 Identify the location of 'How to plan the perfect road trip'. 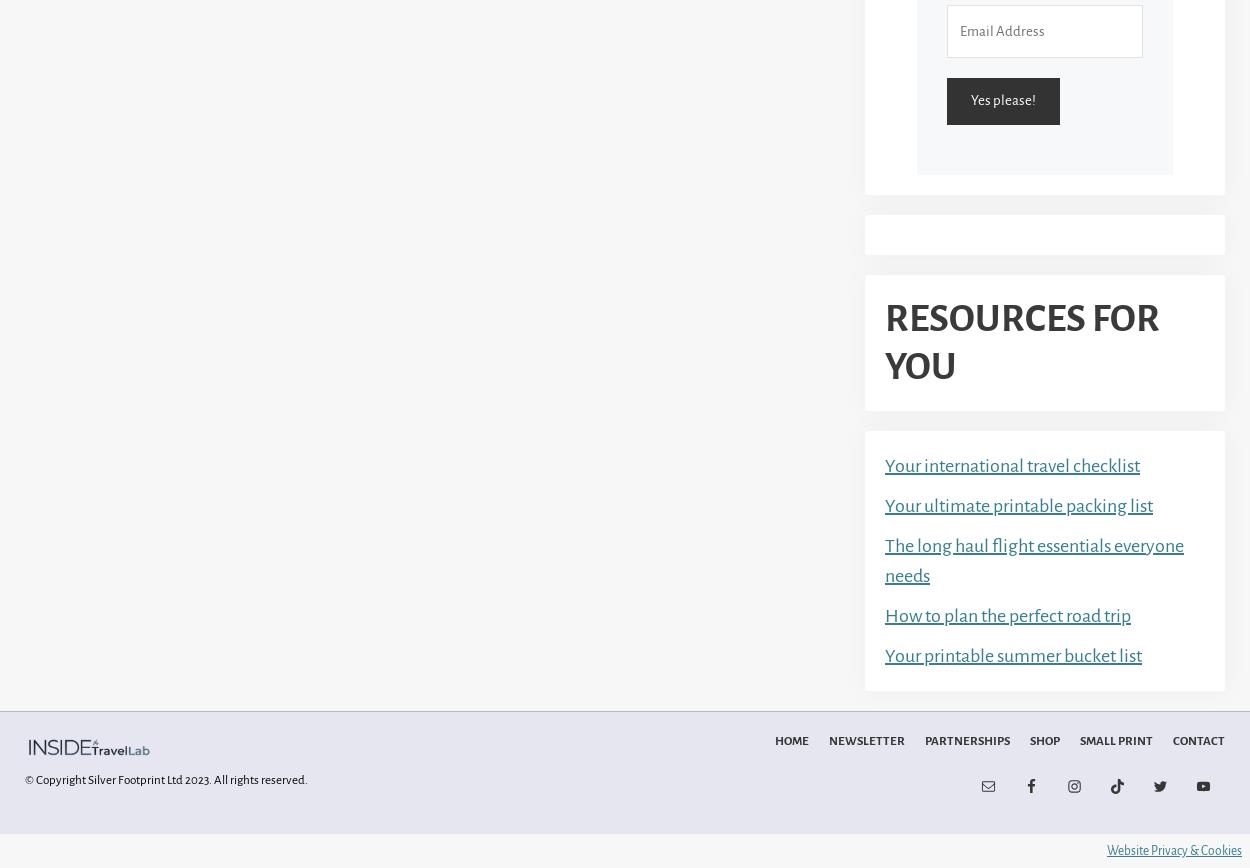
(885, 614).